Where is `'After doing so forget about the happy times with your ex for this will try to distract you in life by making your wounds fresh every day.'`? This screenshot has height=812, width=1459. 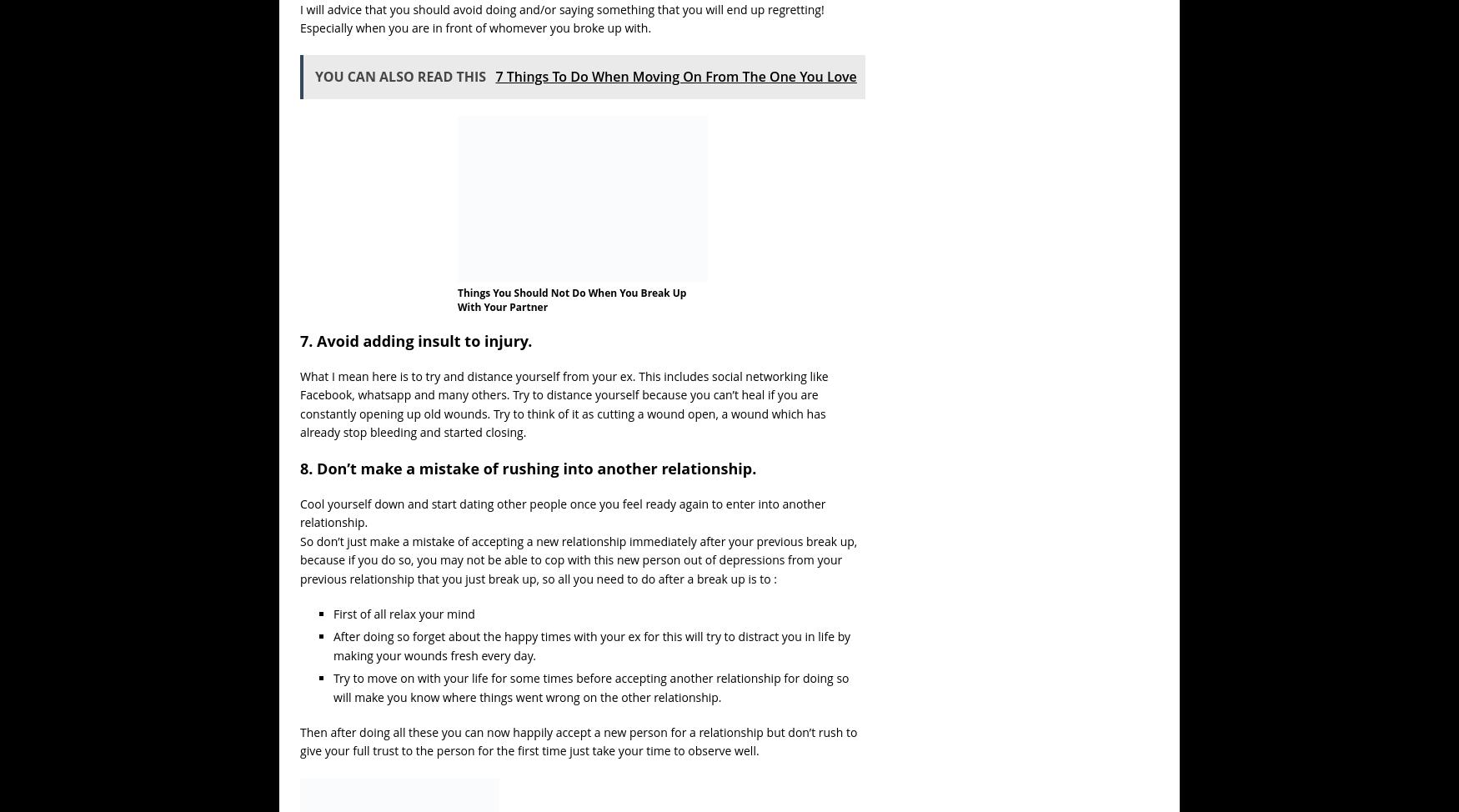
'After doing so forget about the happy times with your ex for this will try to distract you in life by making your wounds fresh every day.' is located at coordinates (591, 644).